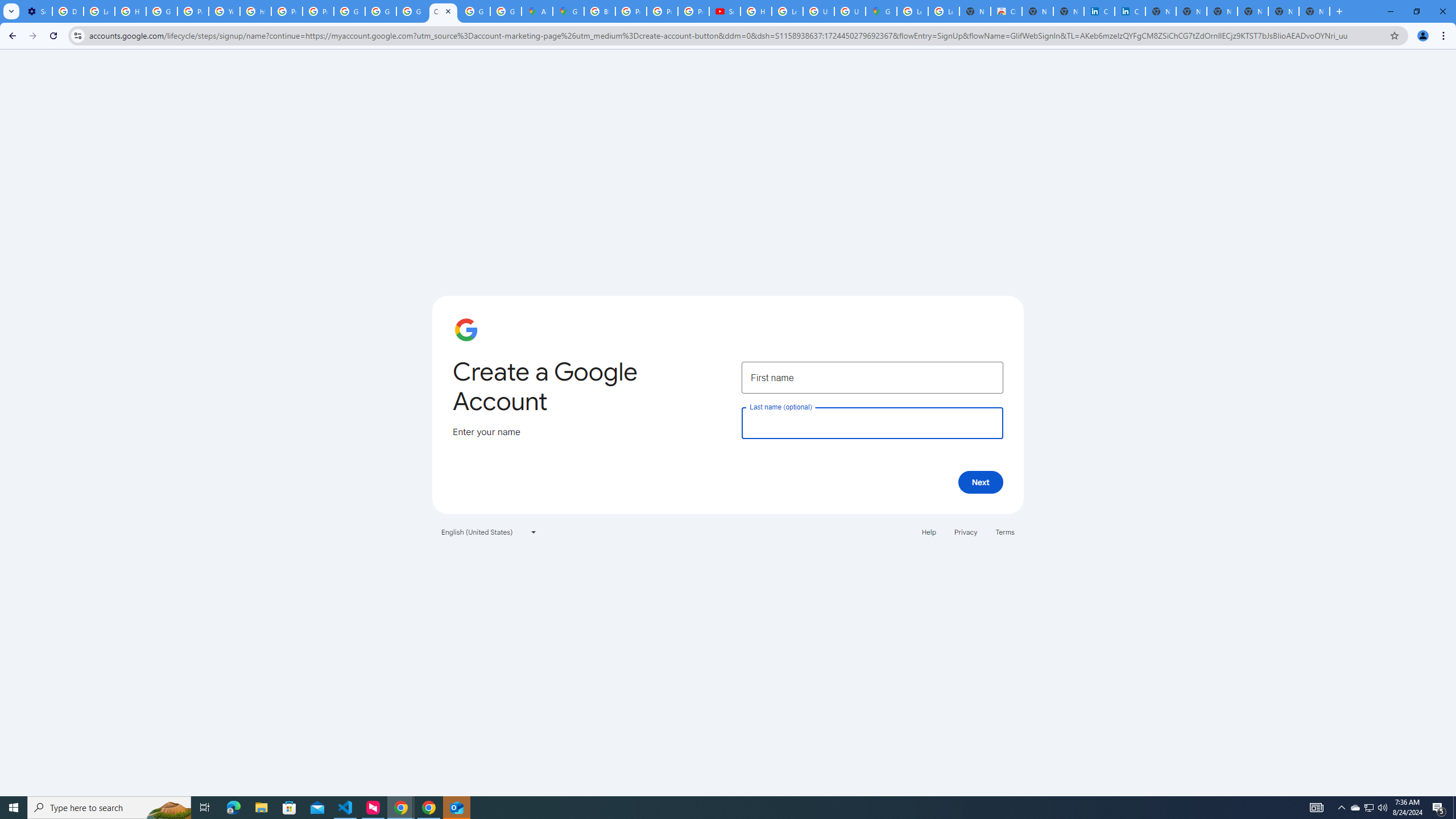 The image size is (1456, 819). I want to click on 'Create your Google Account', so click(442, 11).